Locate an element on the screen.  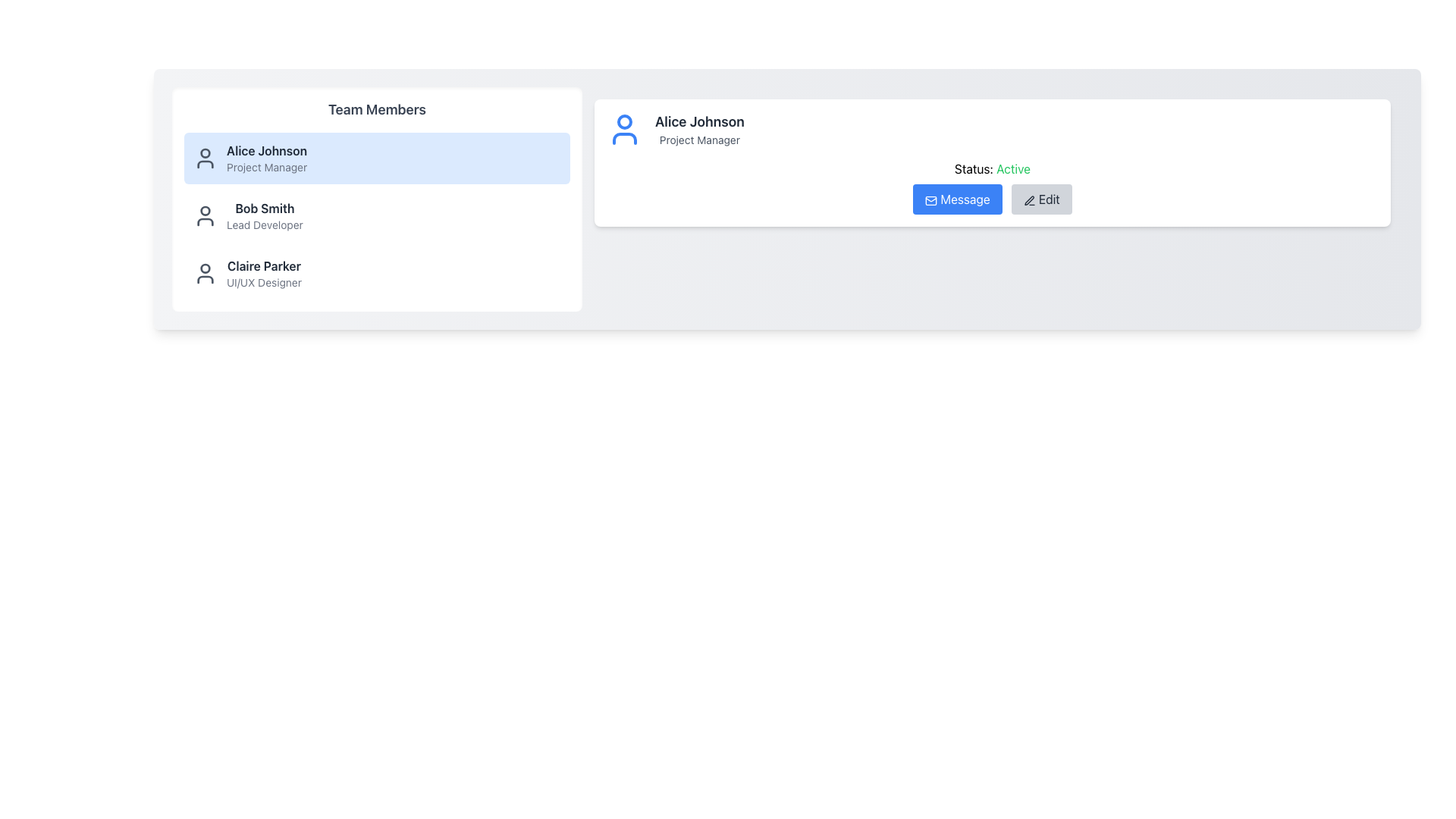
the text label displaying 'UI/UX Designer' located below 'Claire Parker' in the 'Team Members' panel is located at coordinates (264, 283).